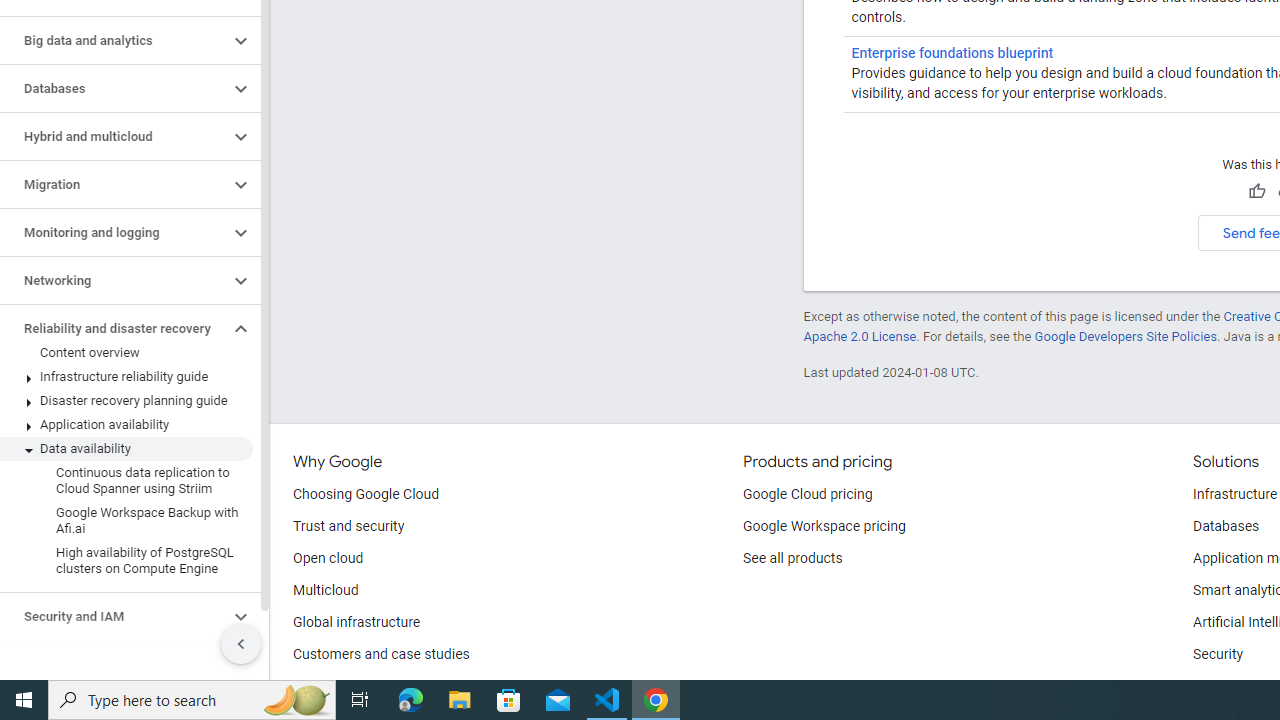  I want to click on 'Big data and analytics', so click(113, 41).